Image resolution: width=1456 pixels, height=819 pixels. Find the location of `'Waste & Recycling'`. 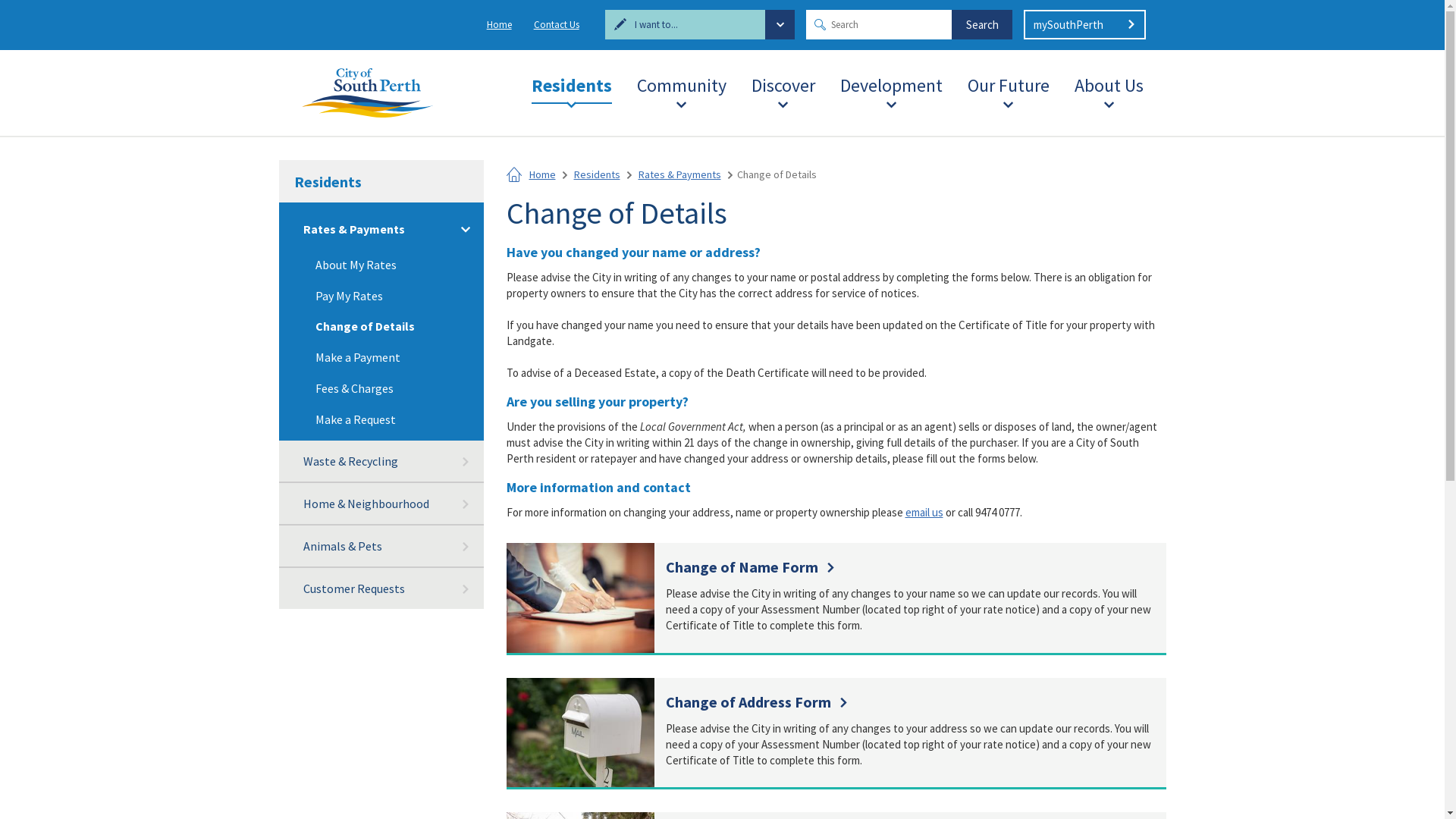

'Waste & Recycling' is located at coordinates (381, 461).